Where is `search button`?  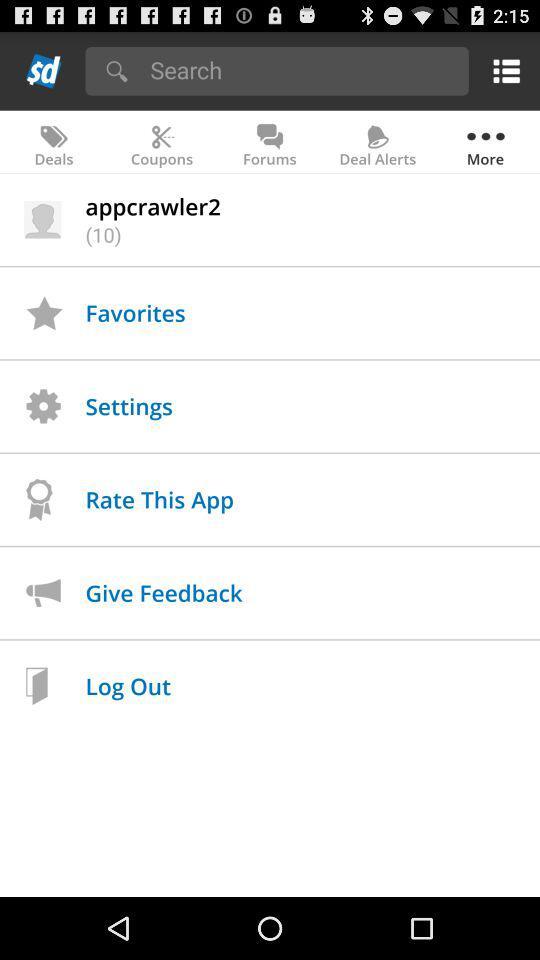 search button is located at coordinates (302, 69).